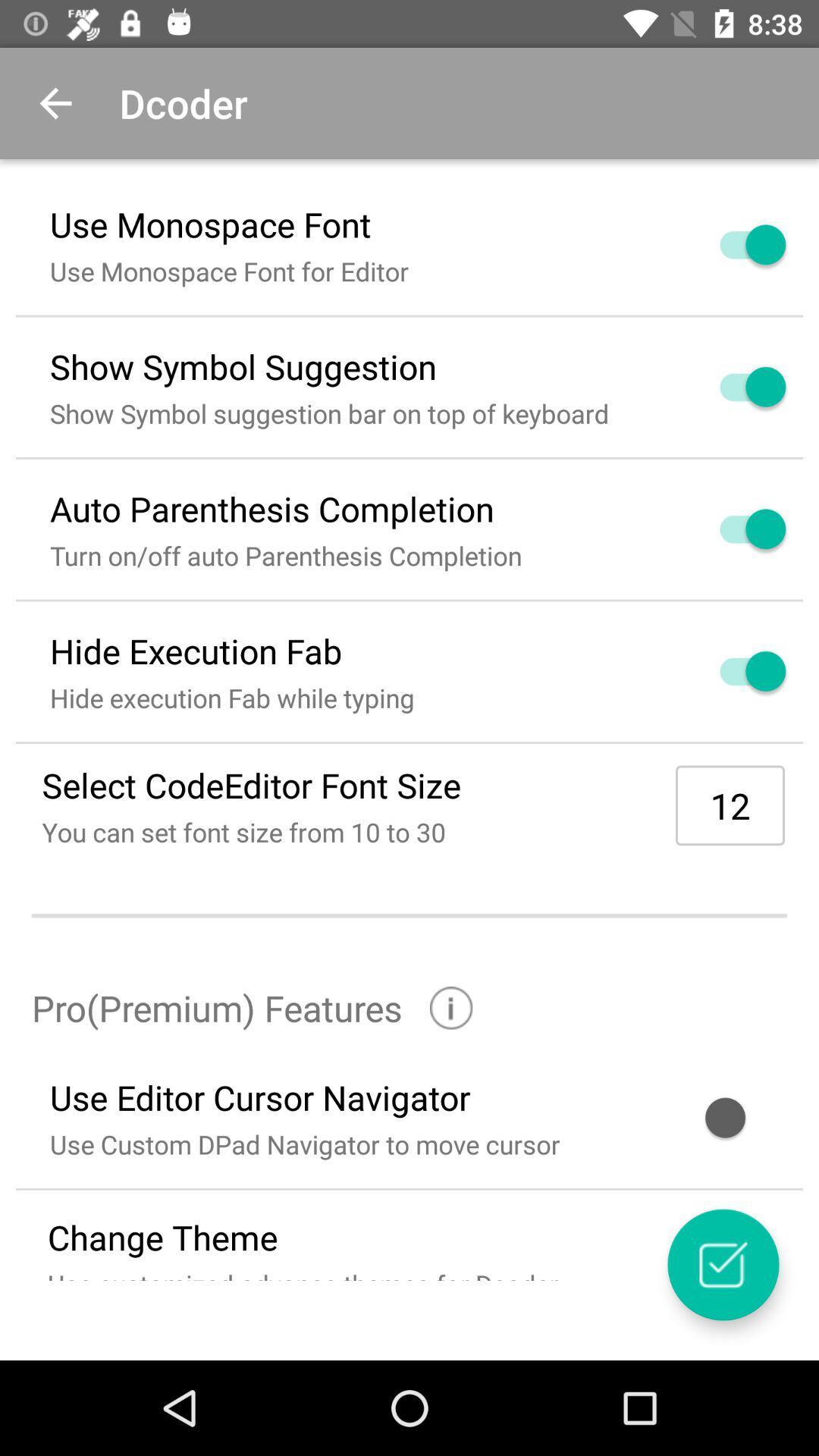  I want to click on item next to use customized advance, so click(722, 1265).